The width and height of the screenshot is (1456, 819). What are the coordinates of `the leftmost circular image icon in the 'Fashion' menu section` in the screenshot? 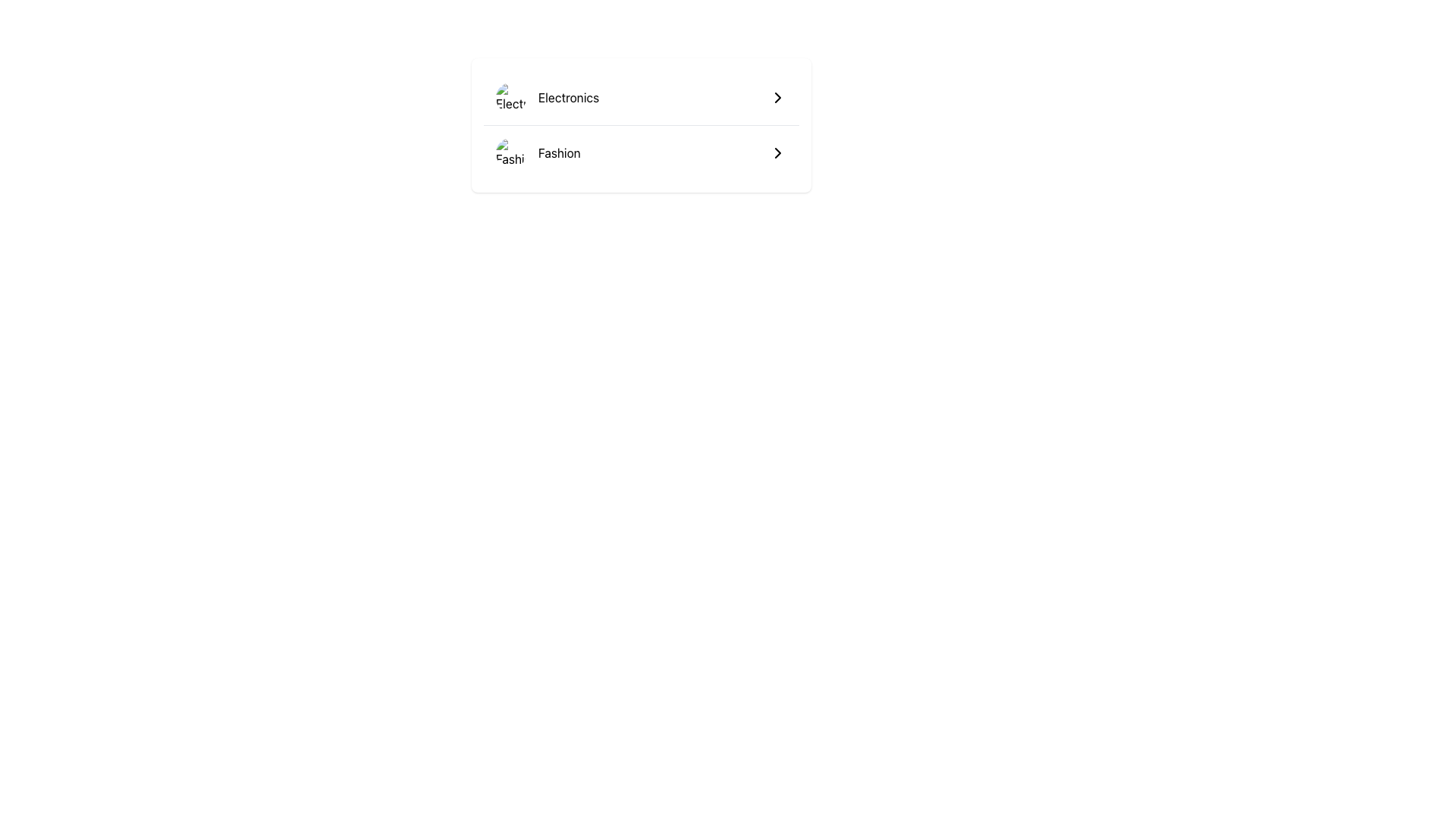 It's located at (510, 152).